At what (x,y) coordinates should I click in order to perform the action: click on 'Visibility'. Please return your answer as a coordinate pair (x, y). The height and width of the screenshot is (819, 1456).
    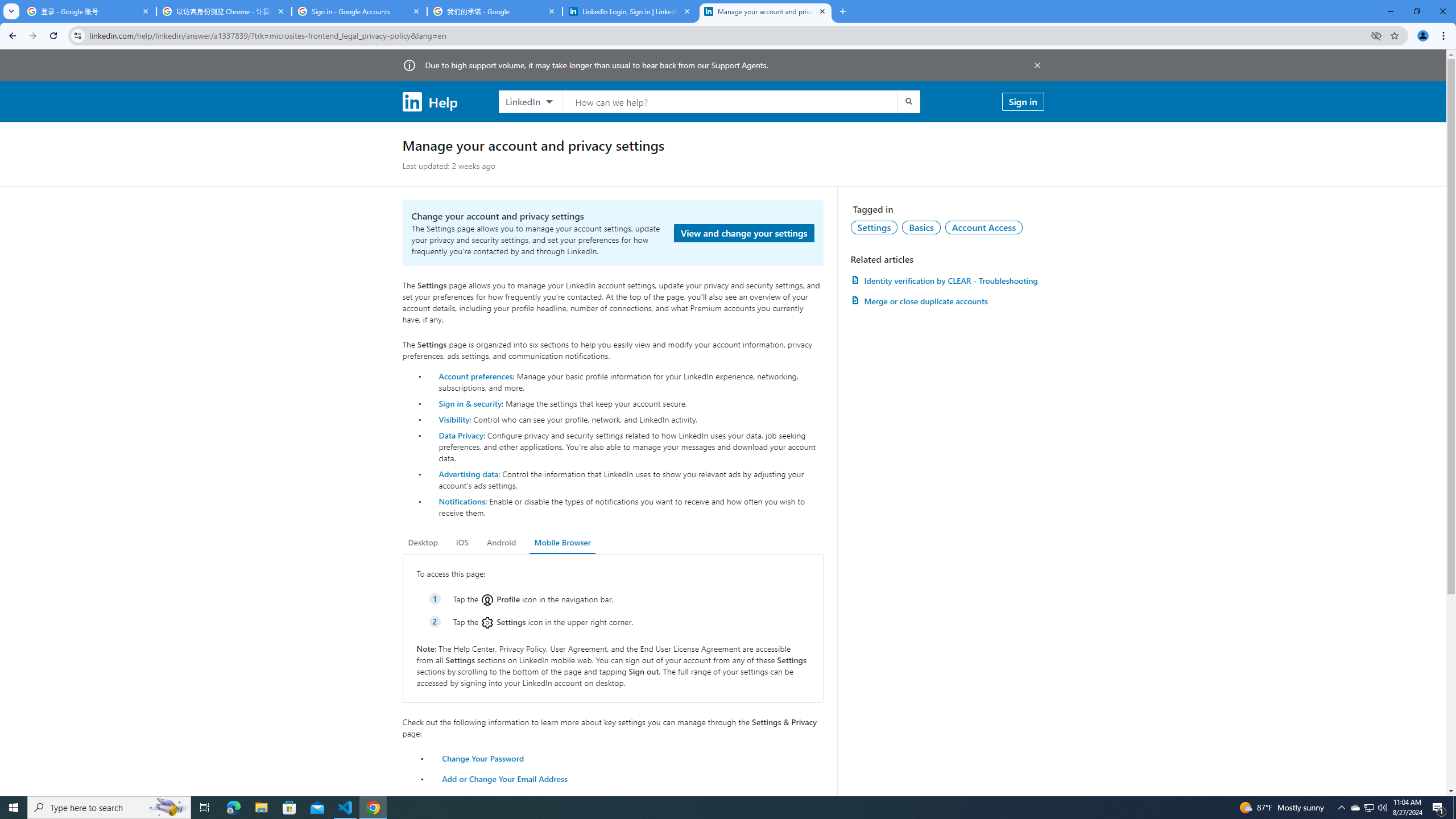
    Looking at the image, I should click on (454, 419).